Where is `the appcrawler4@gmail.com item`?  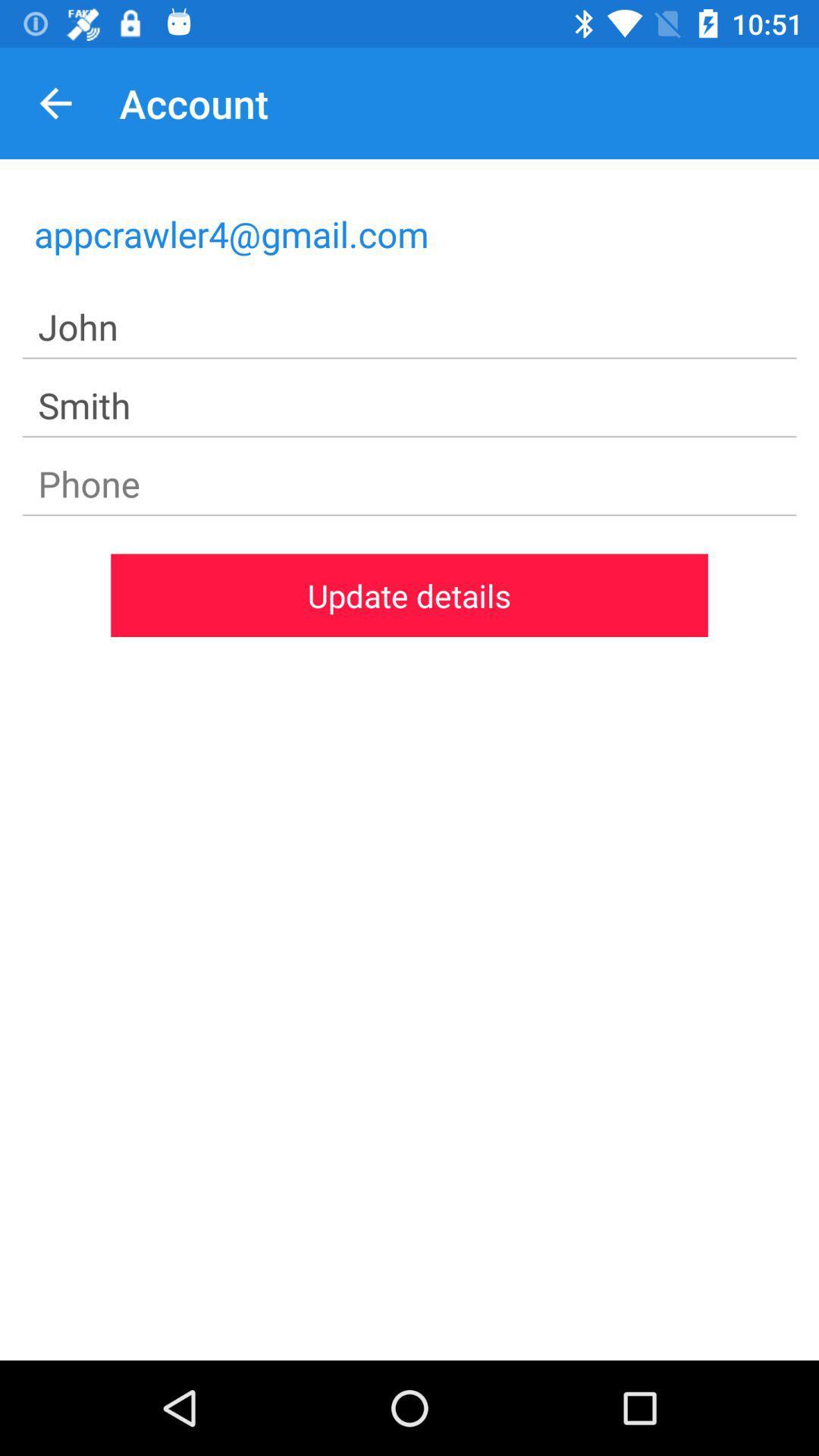 the appcrawler4@gmail.com item is located at coordinates (409, 233).